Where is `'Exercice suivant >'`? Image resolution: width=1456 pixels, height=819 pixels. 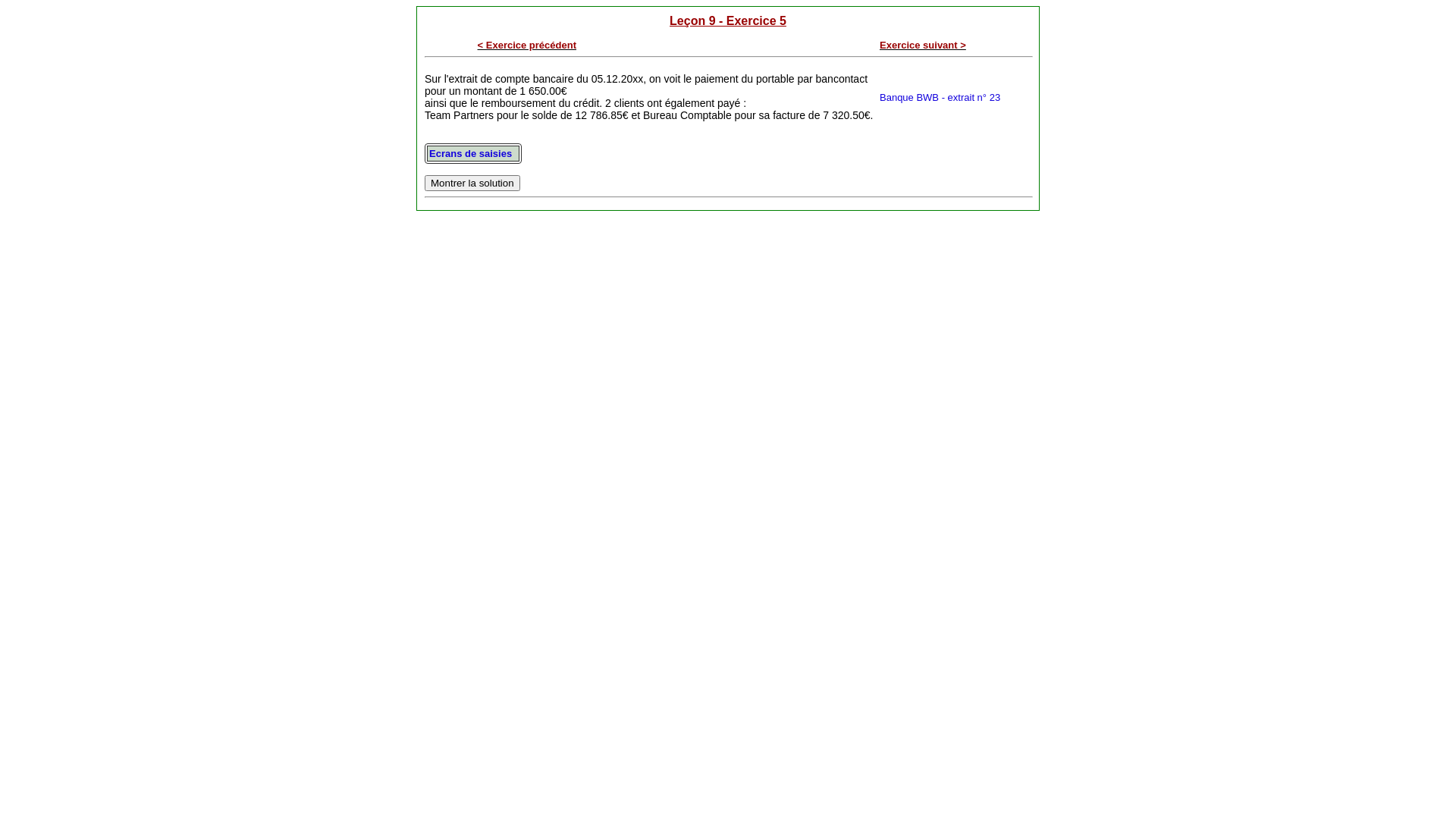 'Exercice suivant >' is located at coordinates (922, 44).